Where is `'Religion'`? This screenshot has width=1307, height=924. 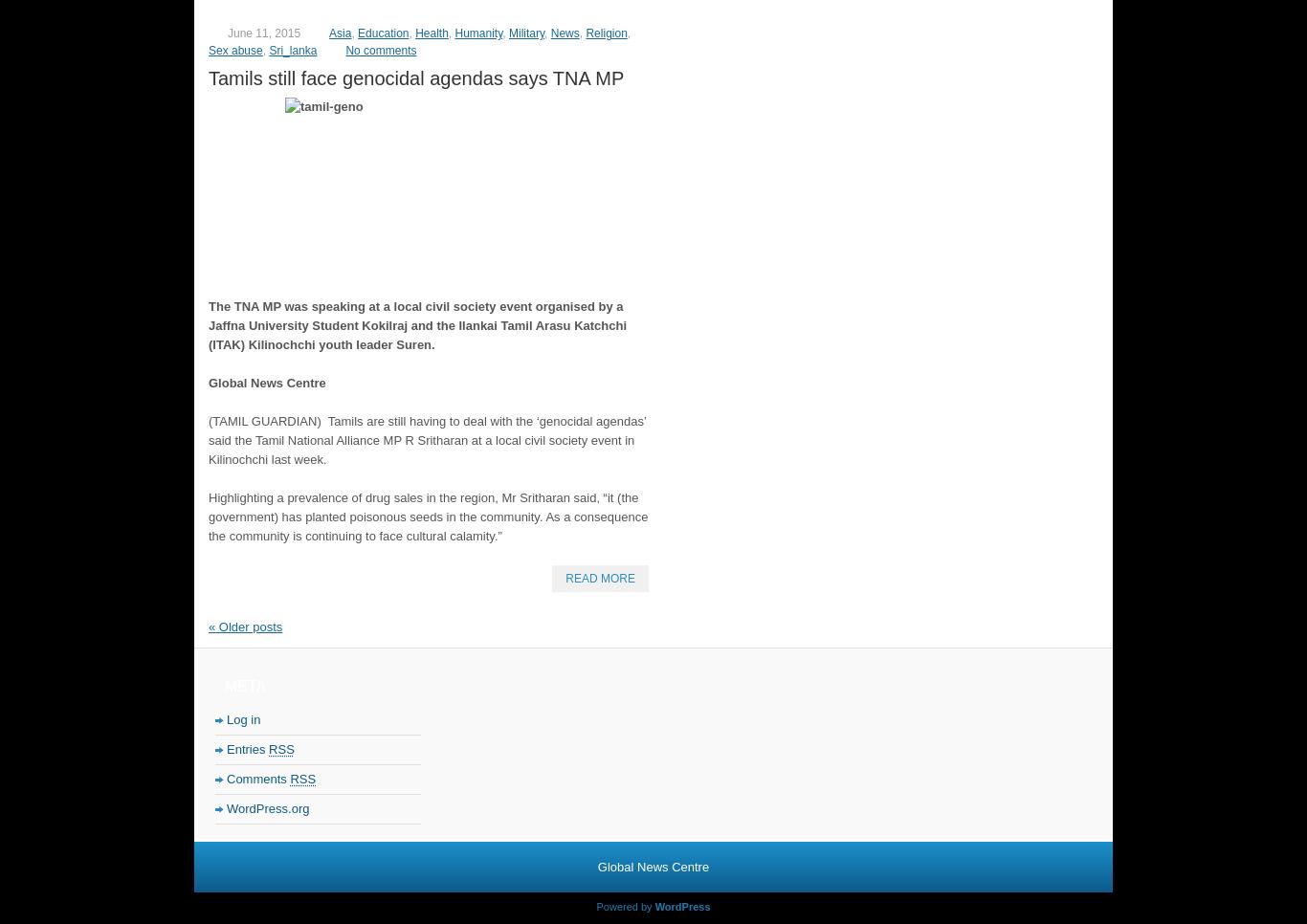 'Religion' is located at coordinates (605, 32).